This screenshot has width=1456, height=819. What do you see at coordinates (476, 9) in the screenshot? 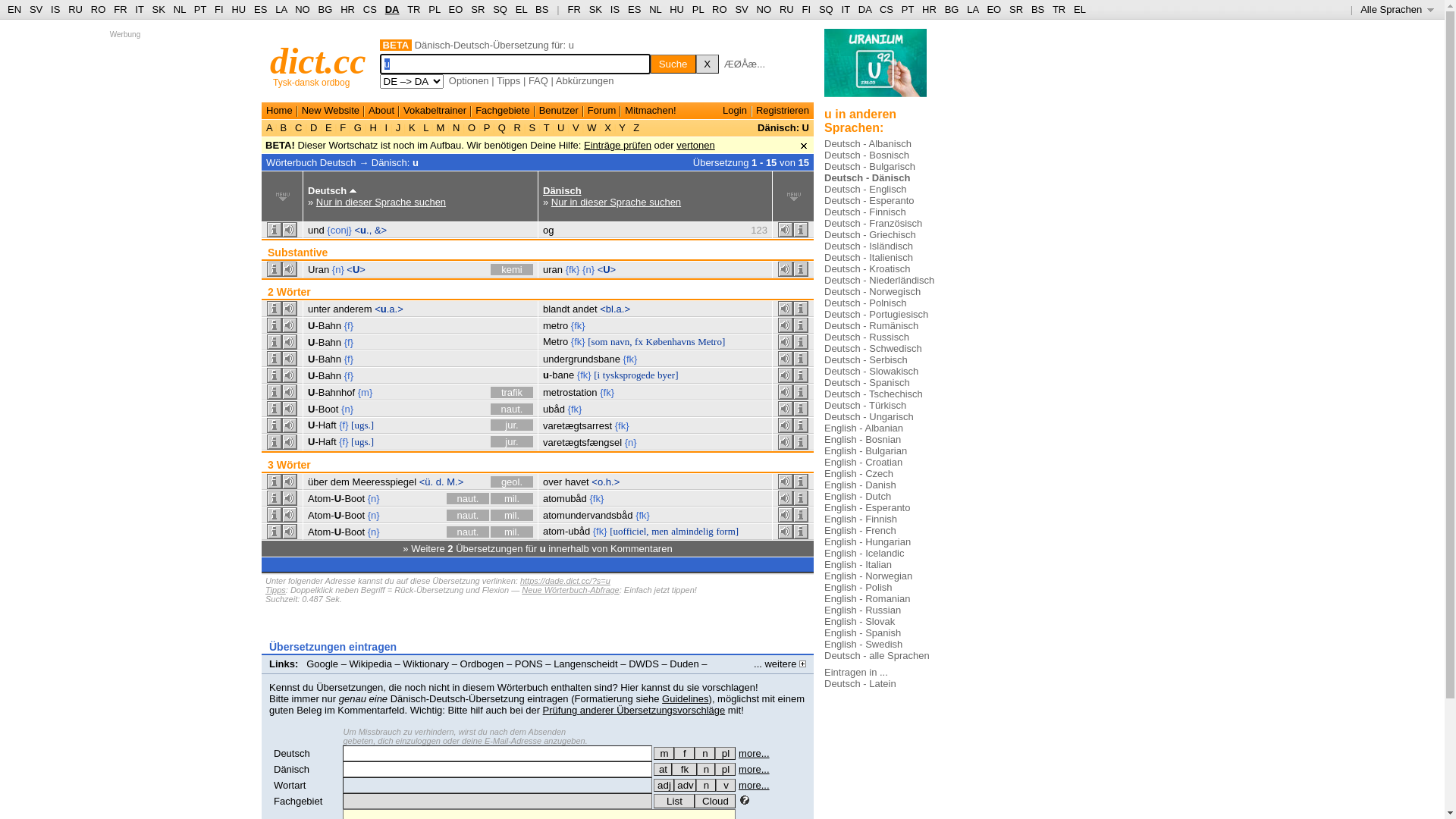
I see `'SR'` at bounding box center [476, 9].